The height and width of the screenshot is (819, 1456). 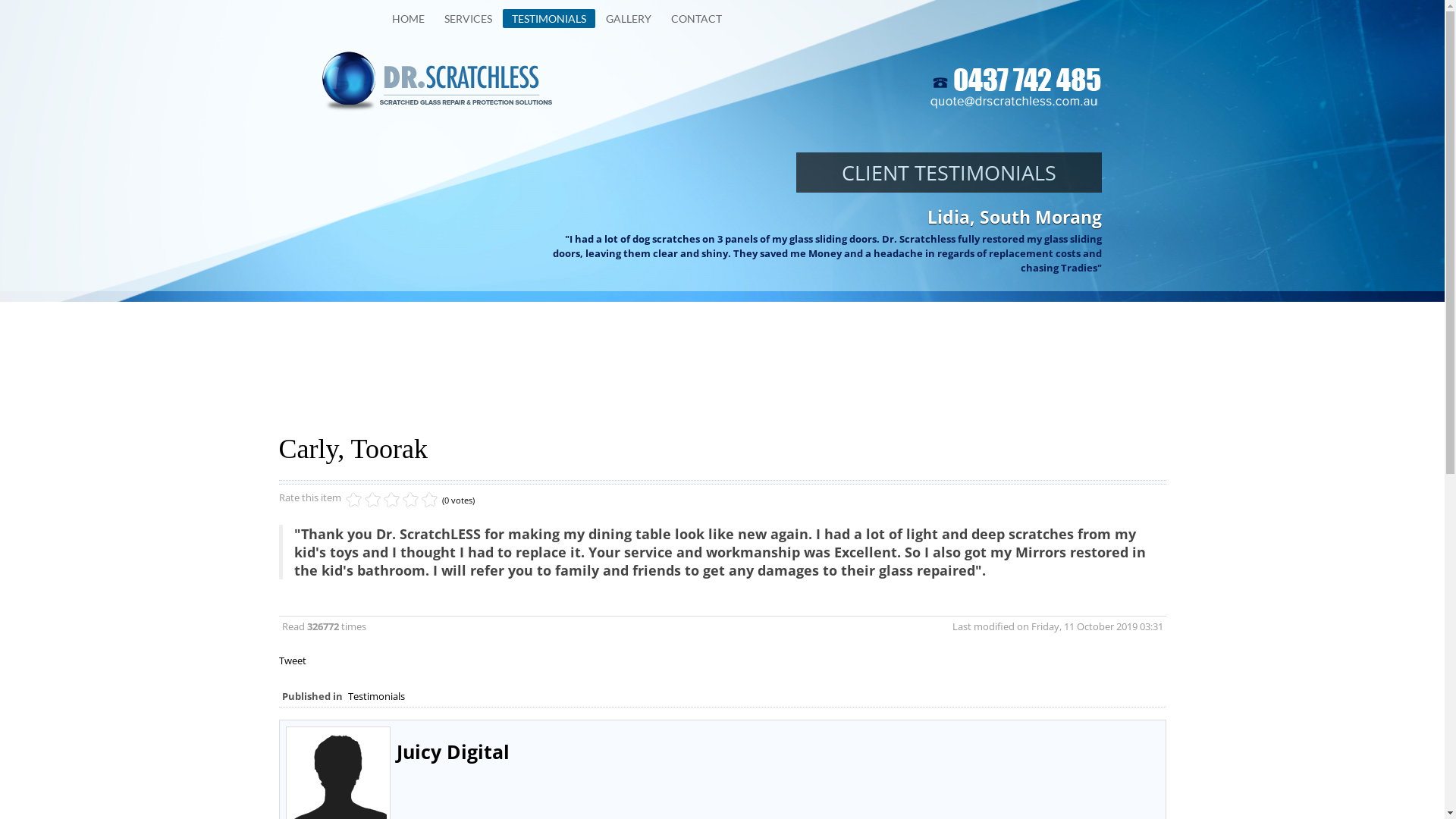 I want to click on '4', so click(x=382, y=500).